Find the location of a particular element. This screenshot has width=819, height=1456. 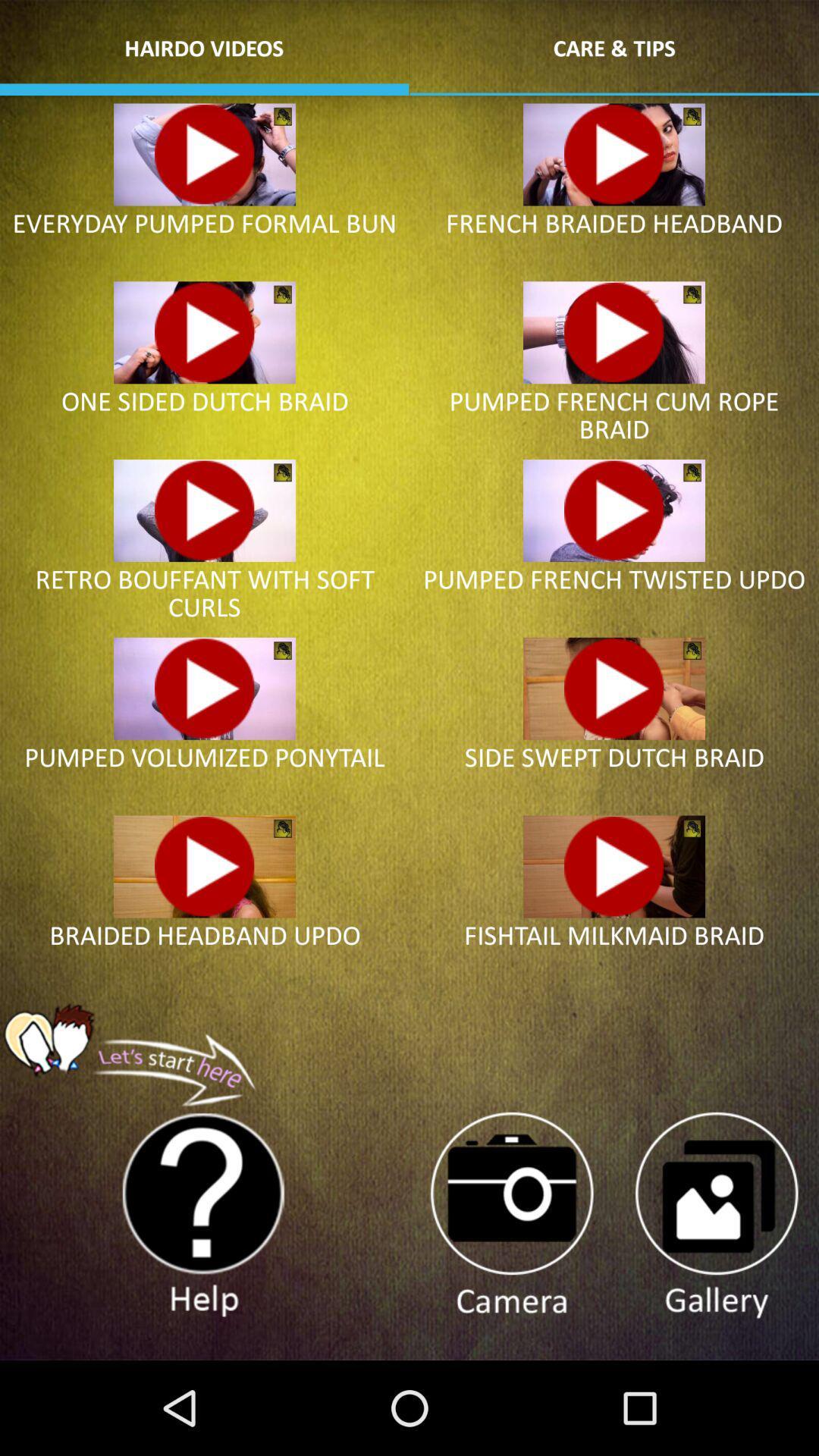

gallery is located at coordinates (716, 1216).